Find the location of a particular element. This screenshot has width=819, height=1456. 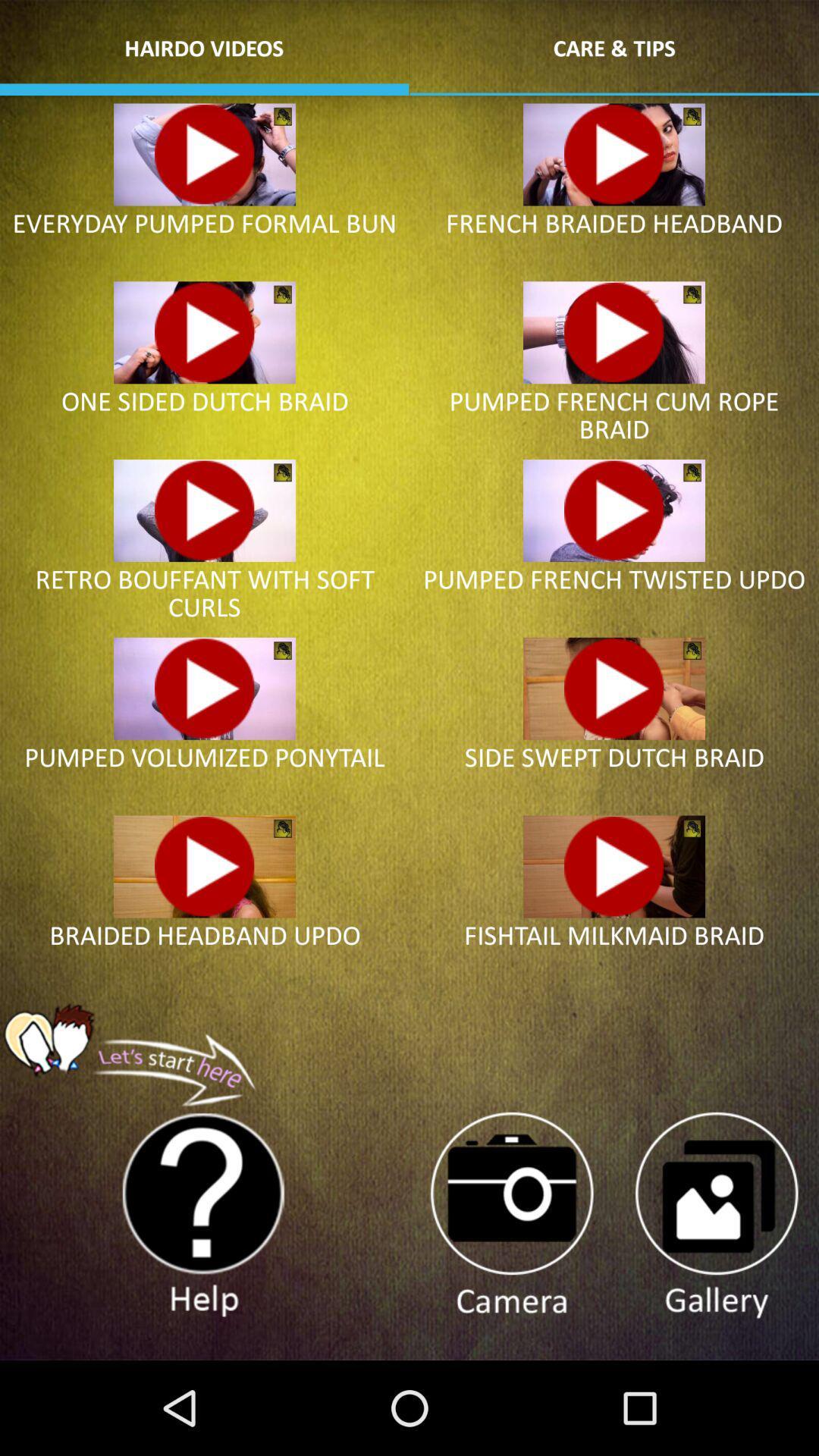

gallery is located at coordinates (716, 1216).